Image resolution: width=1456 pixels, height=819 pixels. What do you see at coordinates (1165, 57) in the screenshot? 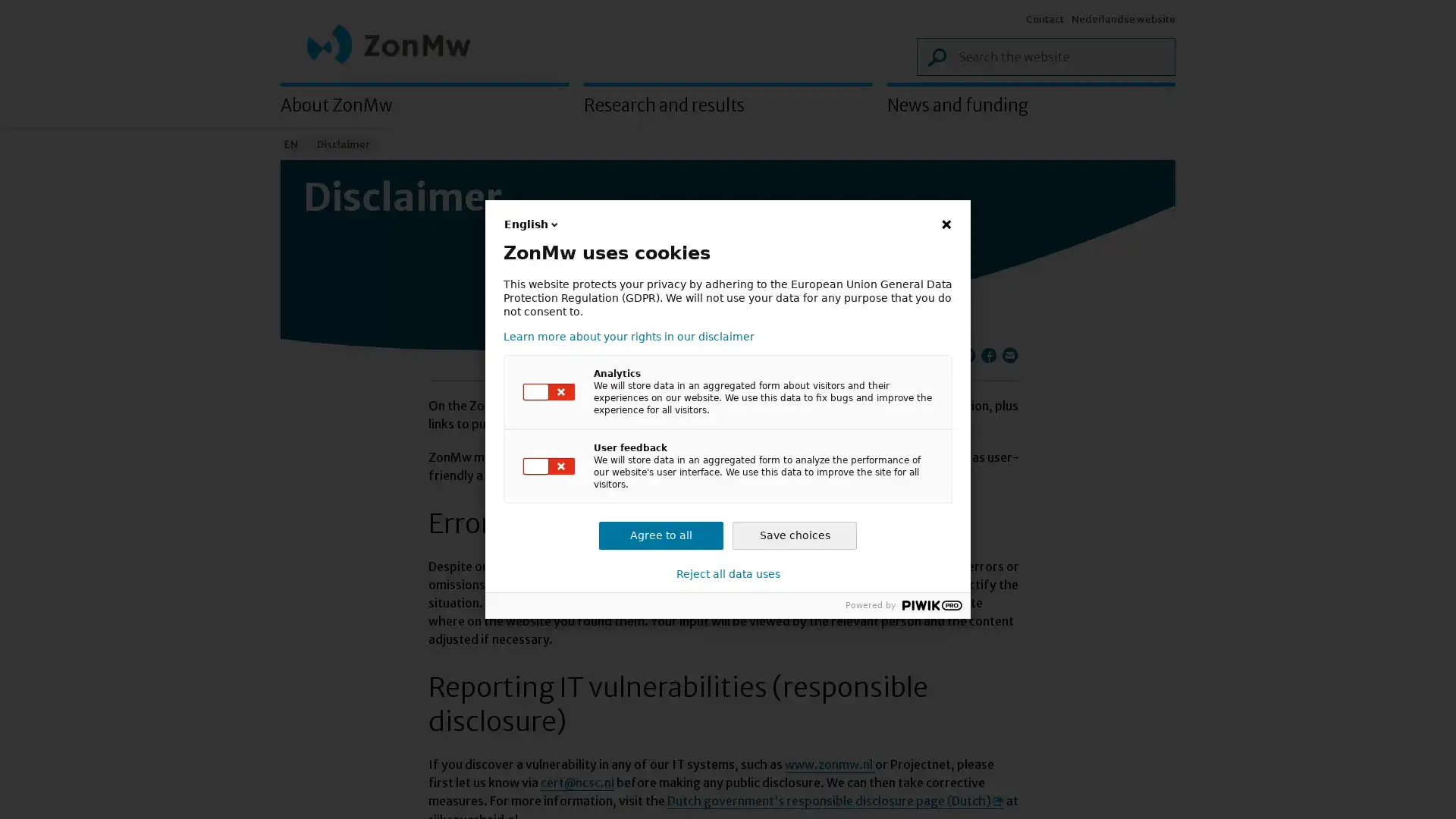
I see `Search` at bounding box center [1165, 57].